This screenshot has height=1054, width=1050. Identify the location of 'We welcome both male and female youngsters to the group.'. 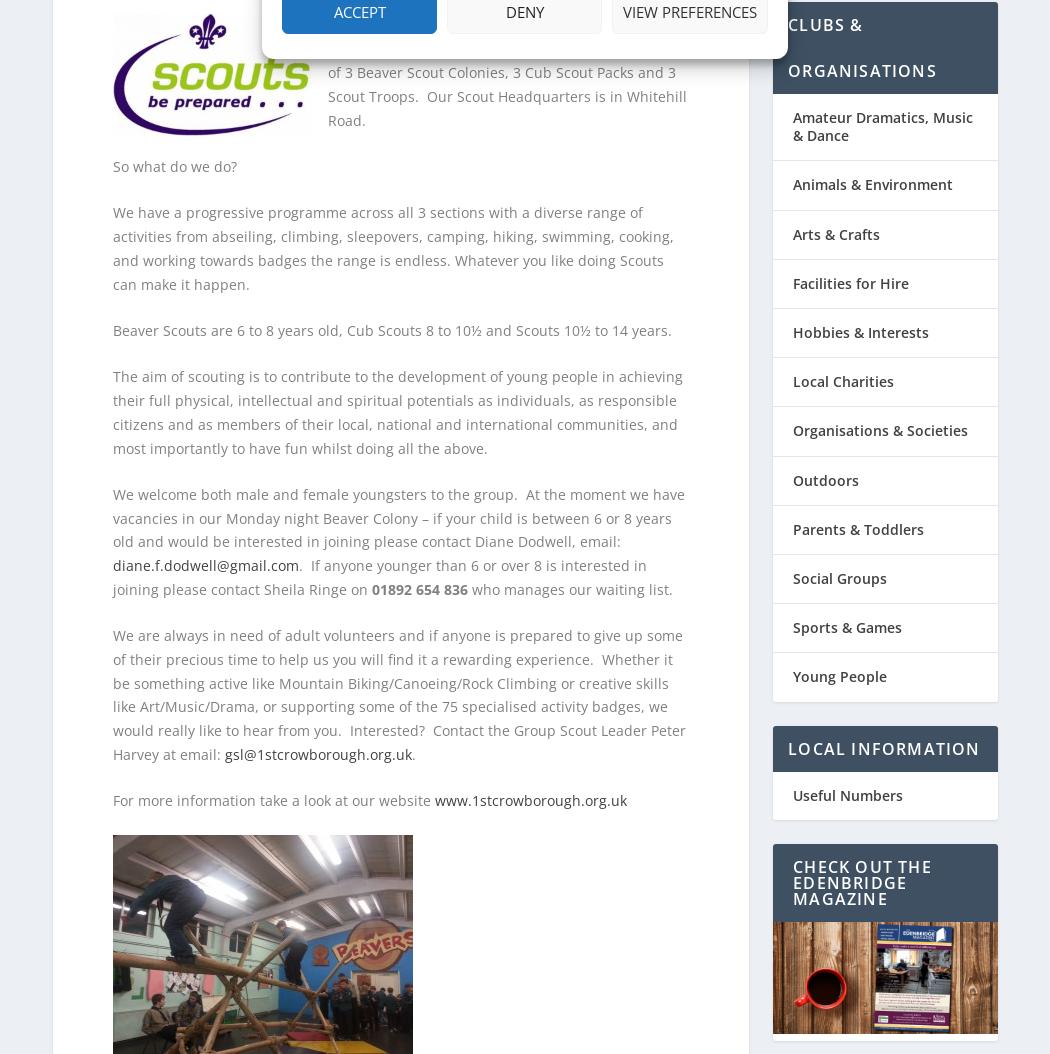
(314, 482).